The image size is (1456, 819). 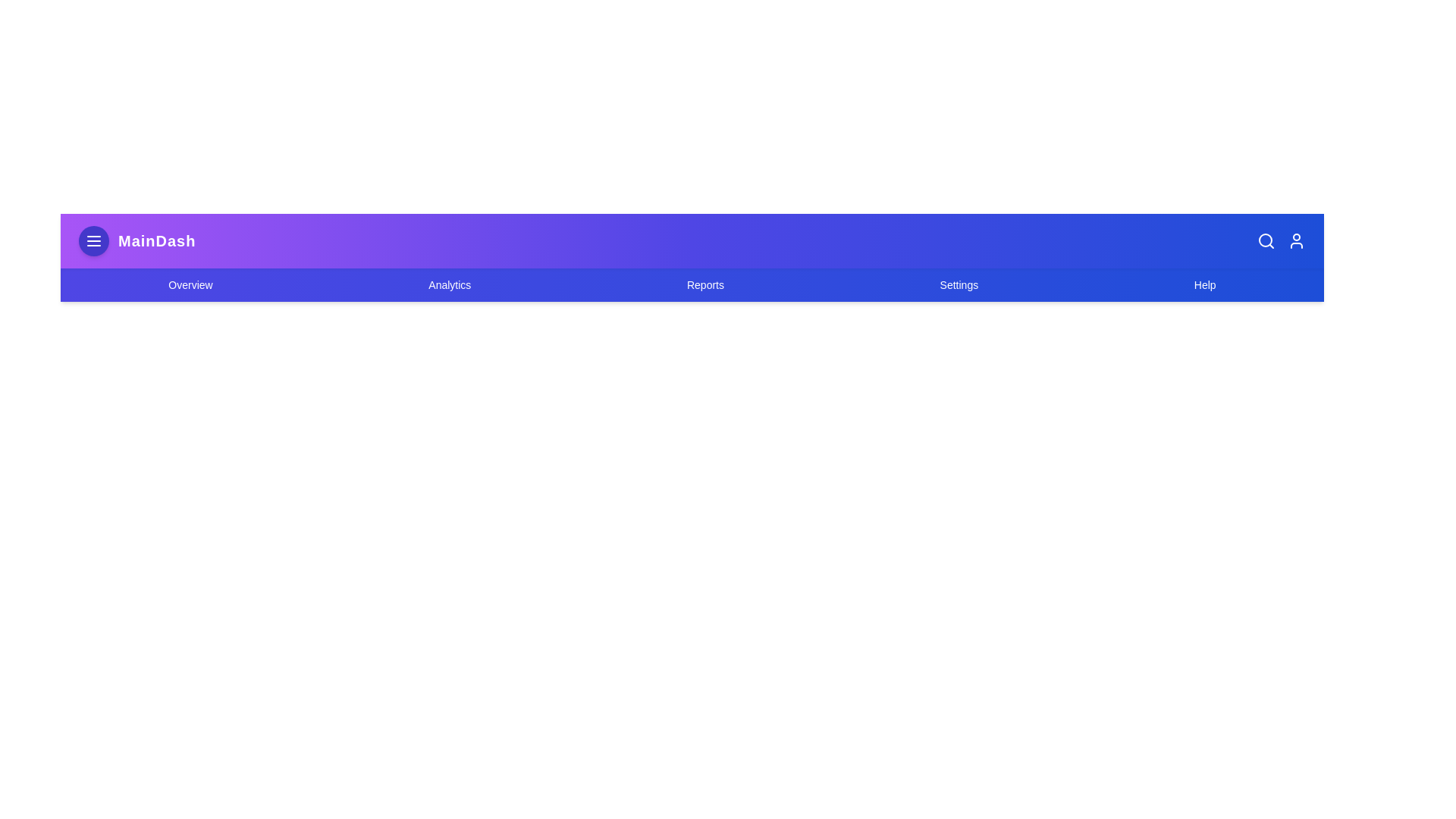 I want to click on the navigation link Help to navigate to its respective section, so click(x=1203, y=284).